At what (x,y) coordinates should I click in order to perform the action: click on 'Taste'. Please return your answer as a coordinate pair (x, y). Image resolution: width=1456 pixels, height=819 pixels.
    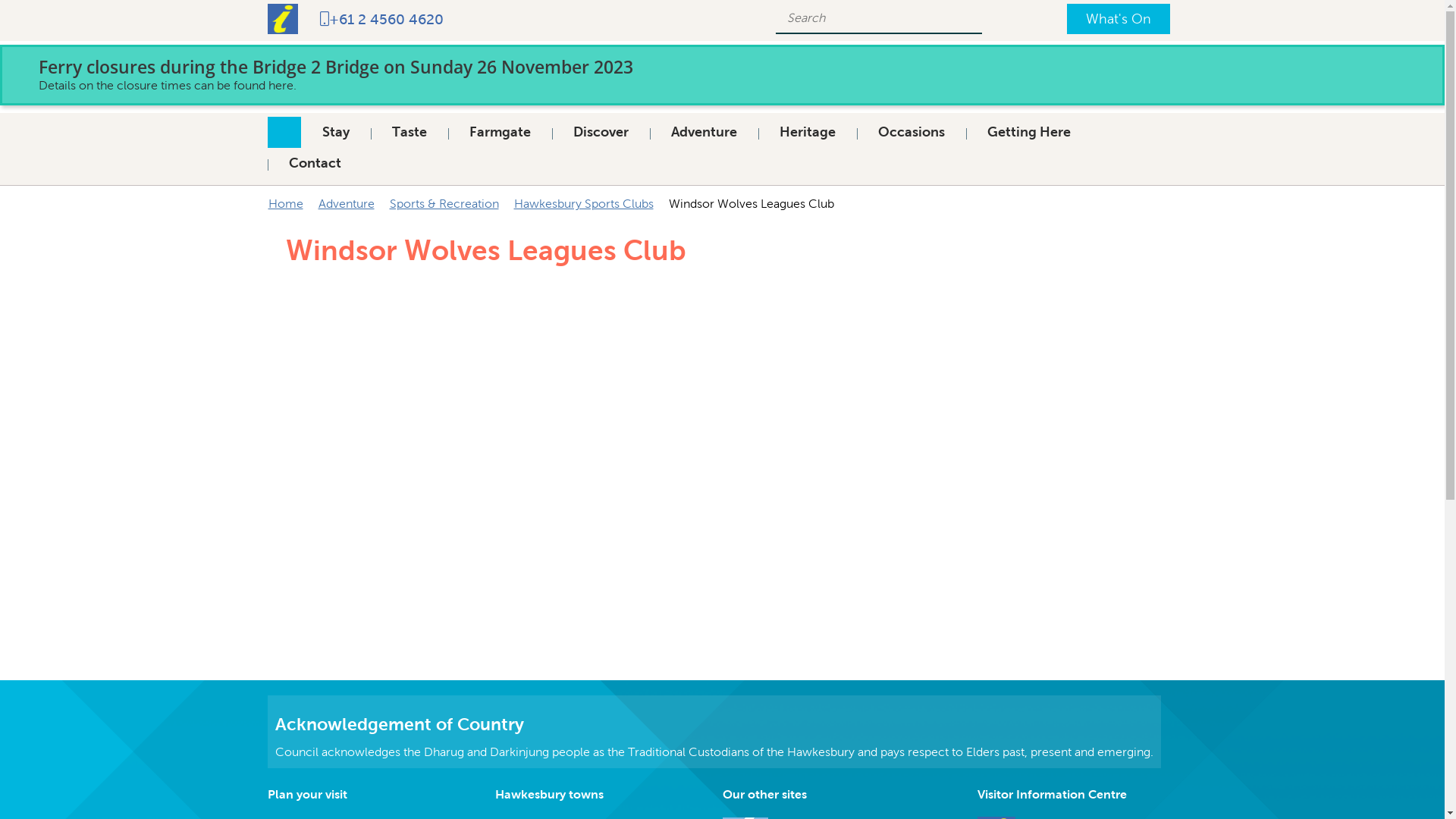
    Looking at the image, I should click on (408, 131).